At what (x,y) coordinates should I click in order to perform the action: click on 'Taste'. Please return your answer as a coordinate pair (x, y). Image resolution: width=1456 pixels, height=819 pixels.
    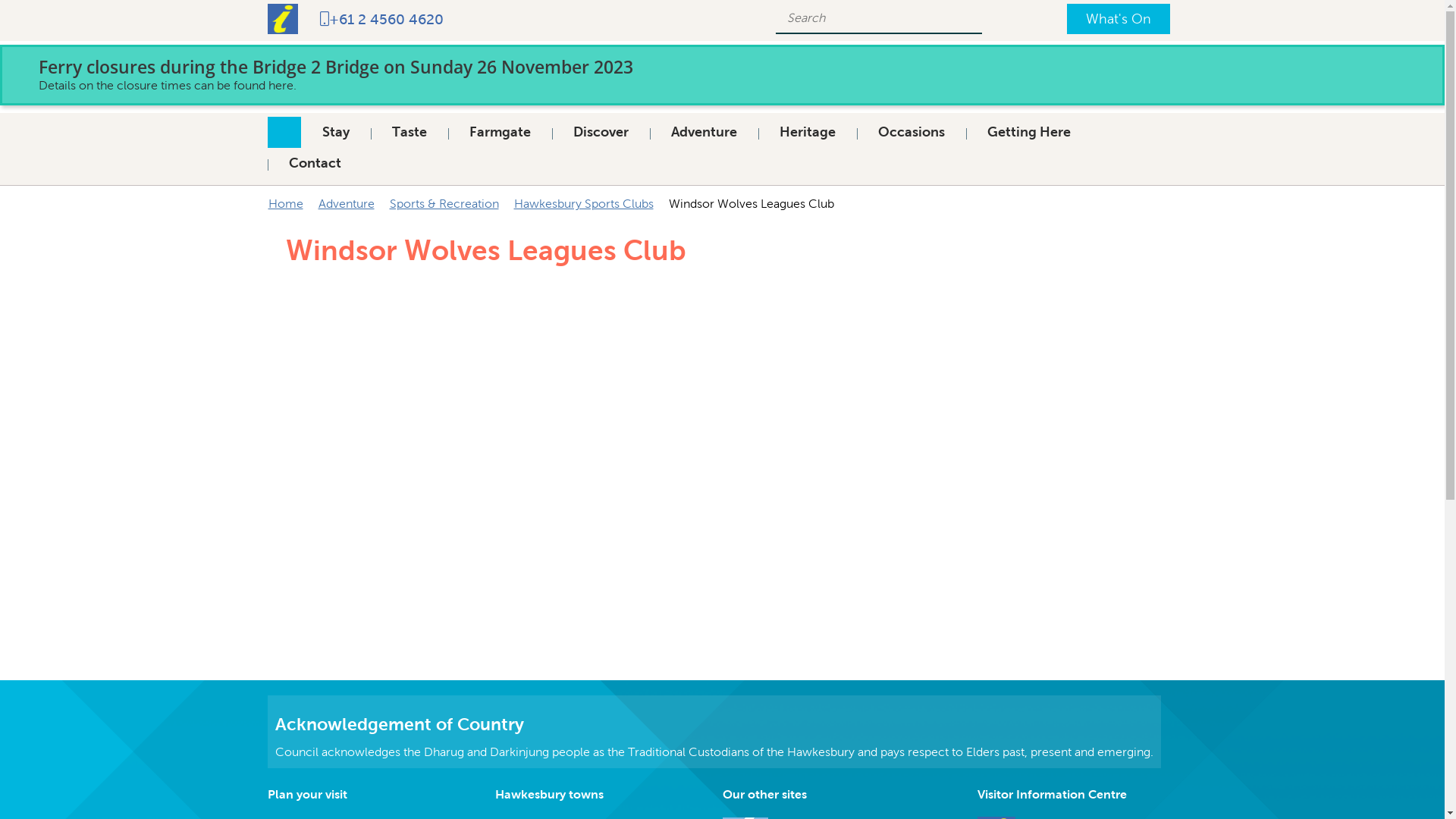
    Looking at the image, I should click on (408, 131).